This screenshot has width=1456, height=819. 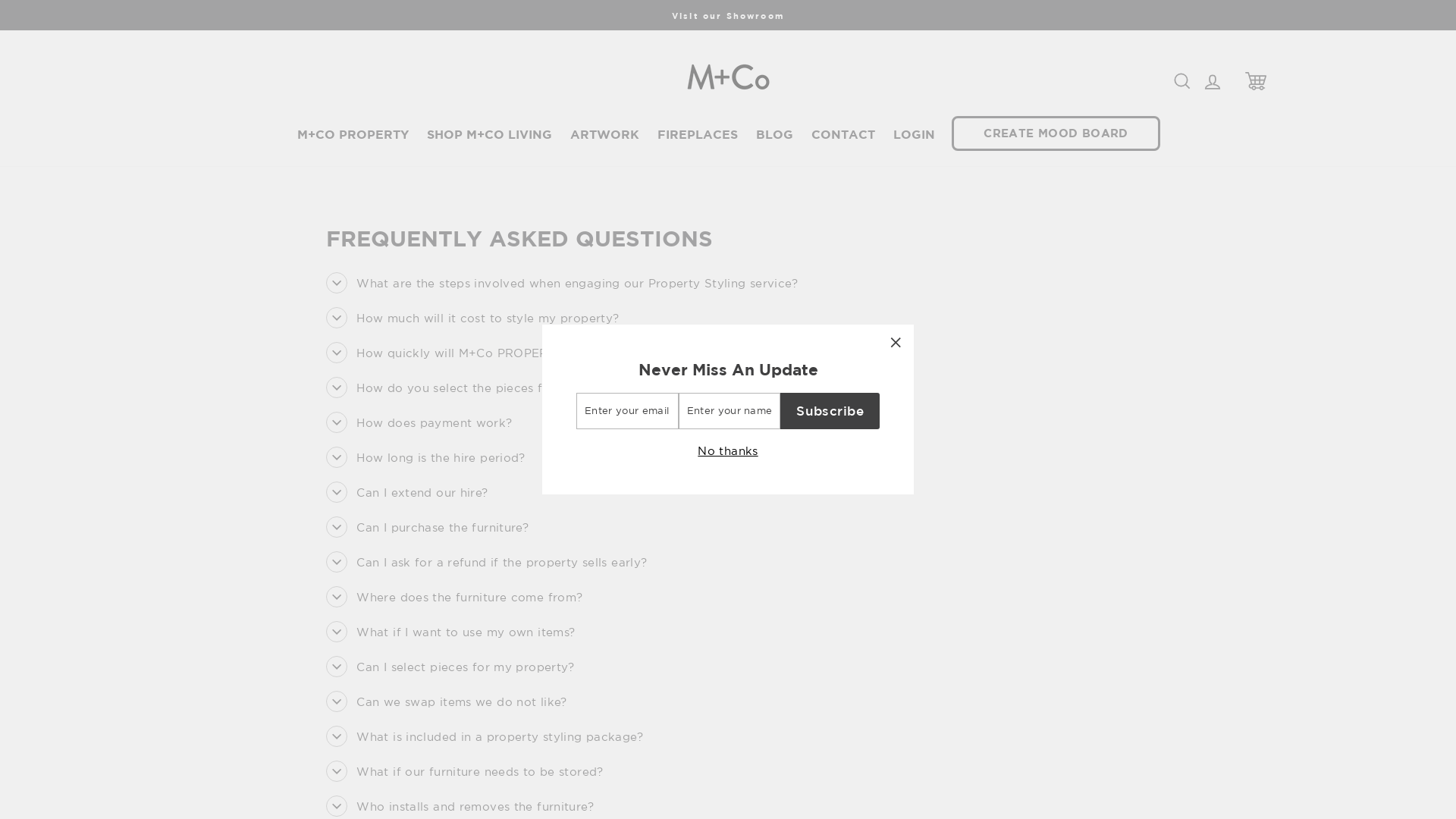 What do you see at coordinates (483, 736) in the screenshot?
I see `'What is included in a property styling package?'` at bounding box center [483, 736].